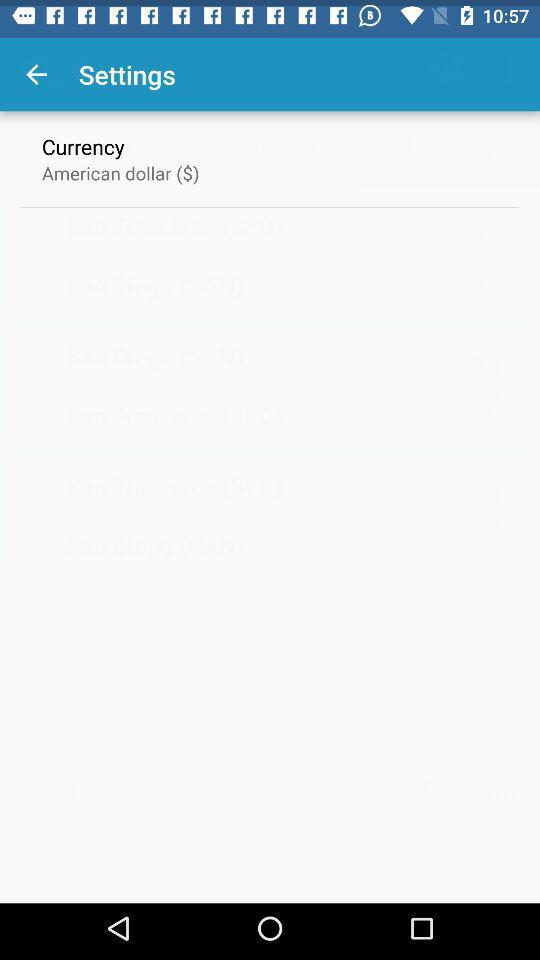 The height and width of the screenshot is (960, 540). What do you see at coordinates (120, 165) in the screenshot?
I see `american dollar ($) icon` at bounding box center [120, 165].